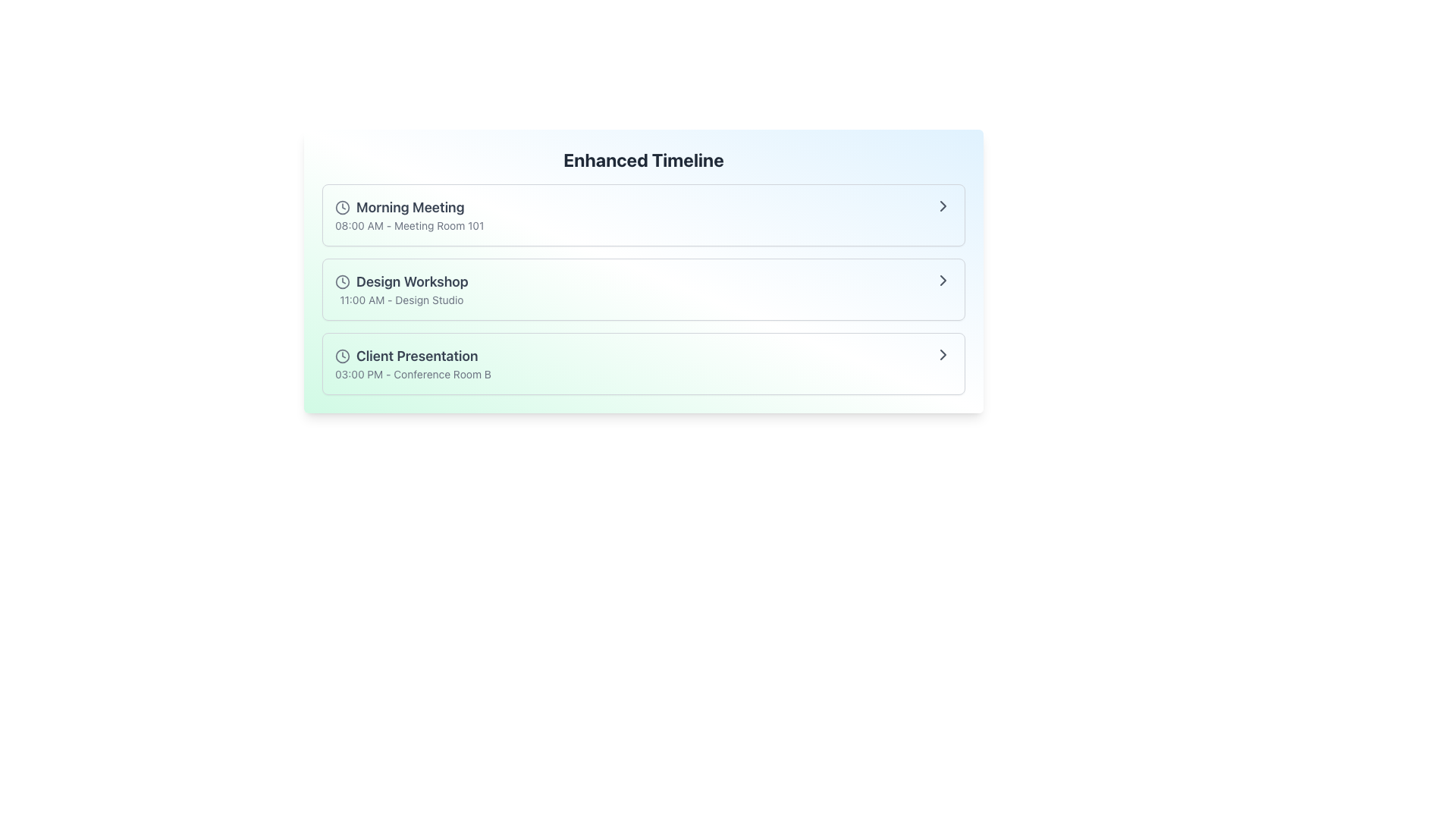  I want to click on the chevron icon button for the 'Morning Meeting' event, so click(942, 206).